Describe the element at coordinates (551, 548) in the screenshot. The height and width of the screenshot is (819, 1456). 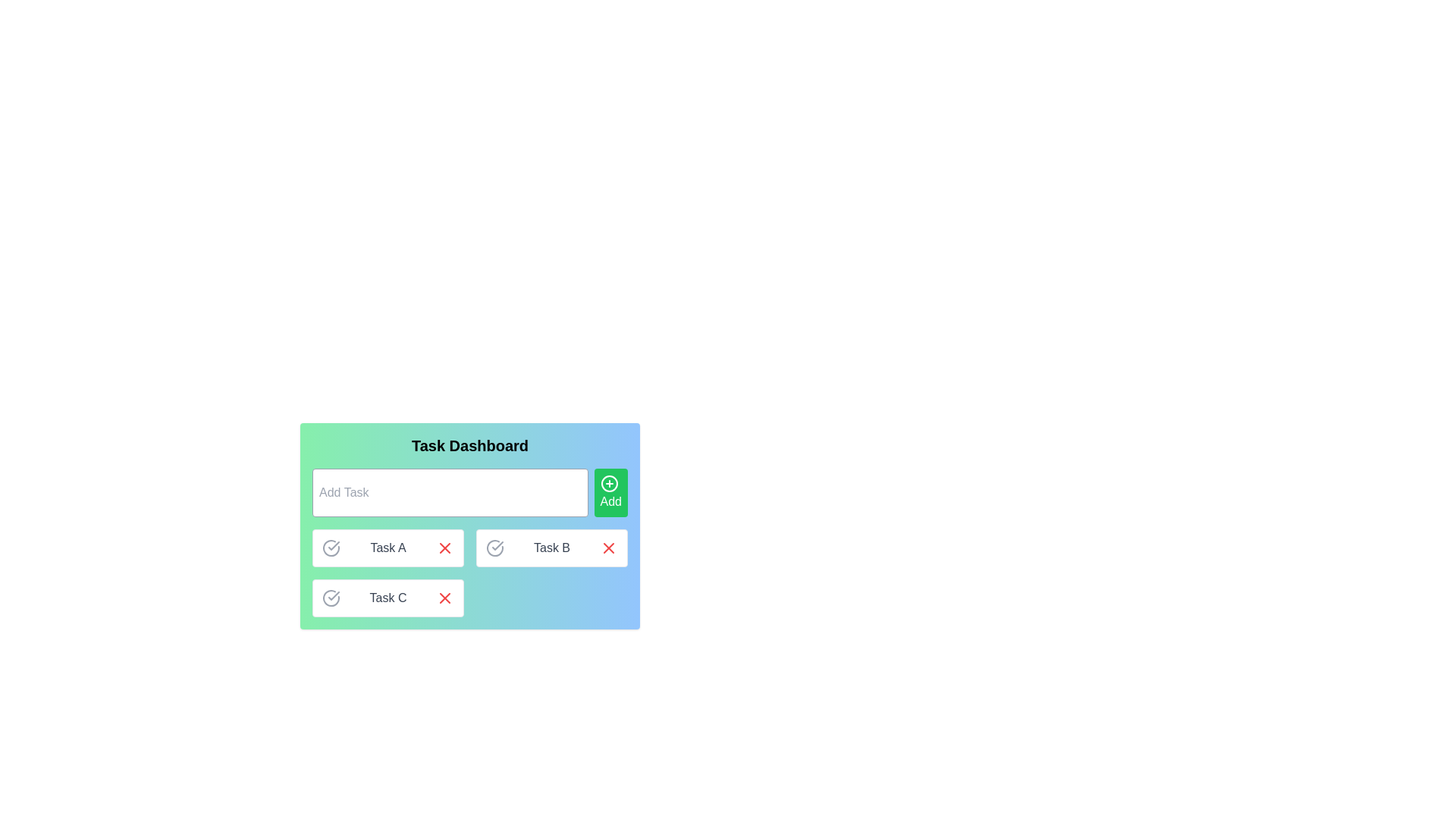
I see `task name 'Task B' displayed in the center of the task item, which is a rectangular box with a white background and contains interactive icons for marking completion and deletion` at that location.